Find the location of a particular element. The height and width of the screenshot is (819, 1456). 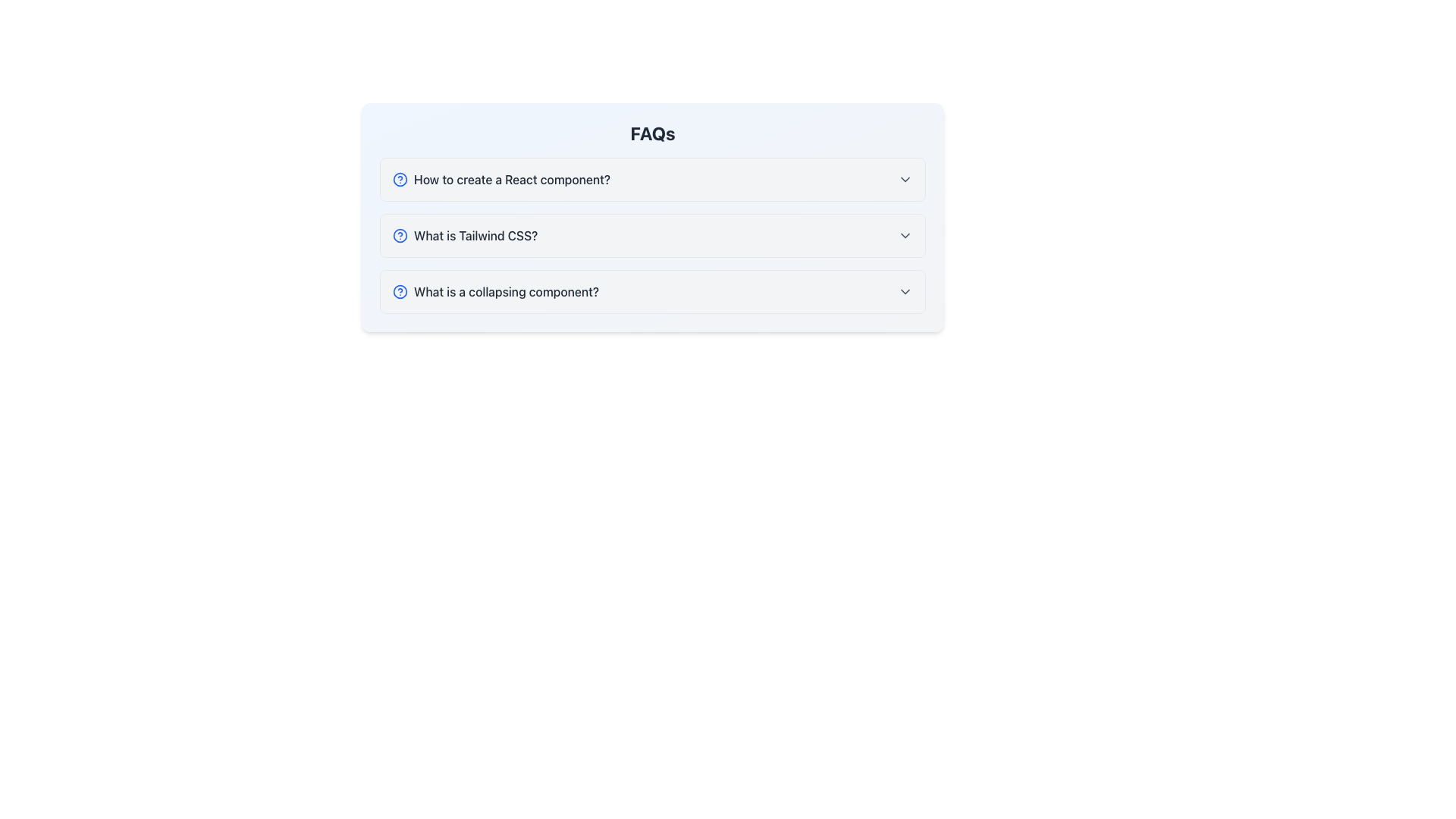

the blue circular icon that resembles a help mark, located to the left of the text 'What is a collapsing component?' in the FAQ section is located at coordinates (400, 292).